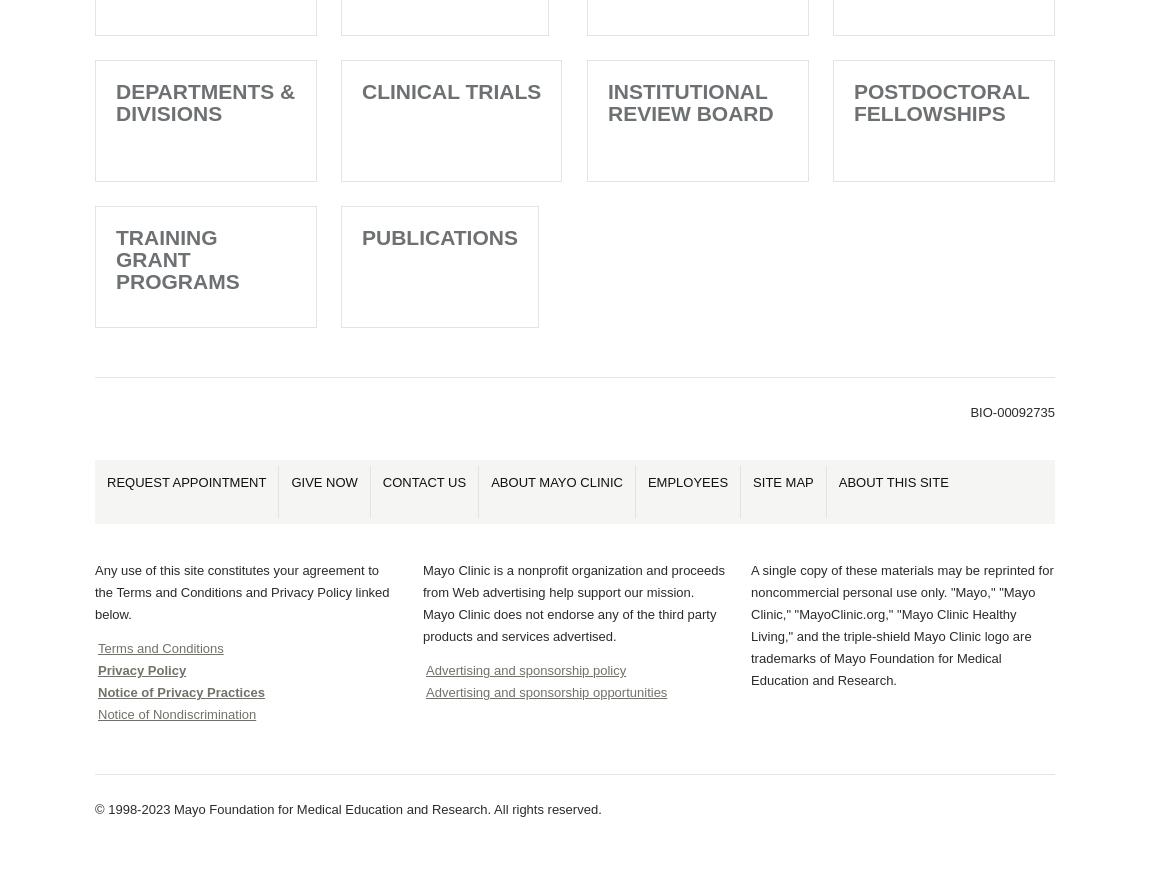 The image size is (1150, 888). I want to click on 'About Mayo Clinic', so click(556, 482).